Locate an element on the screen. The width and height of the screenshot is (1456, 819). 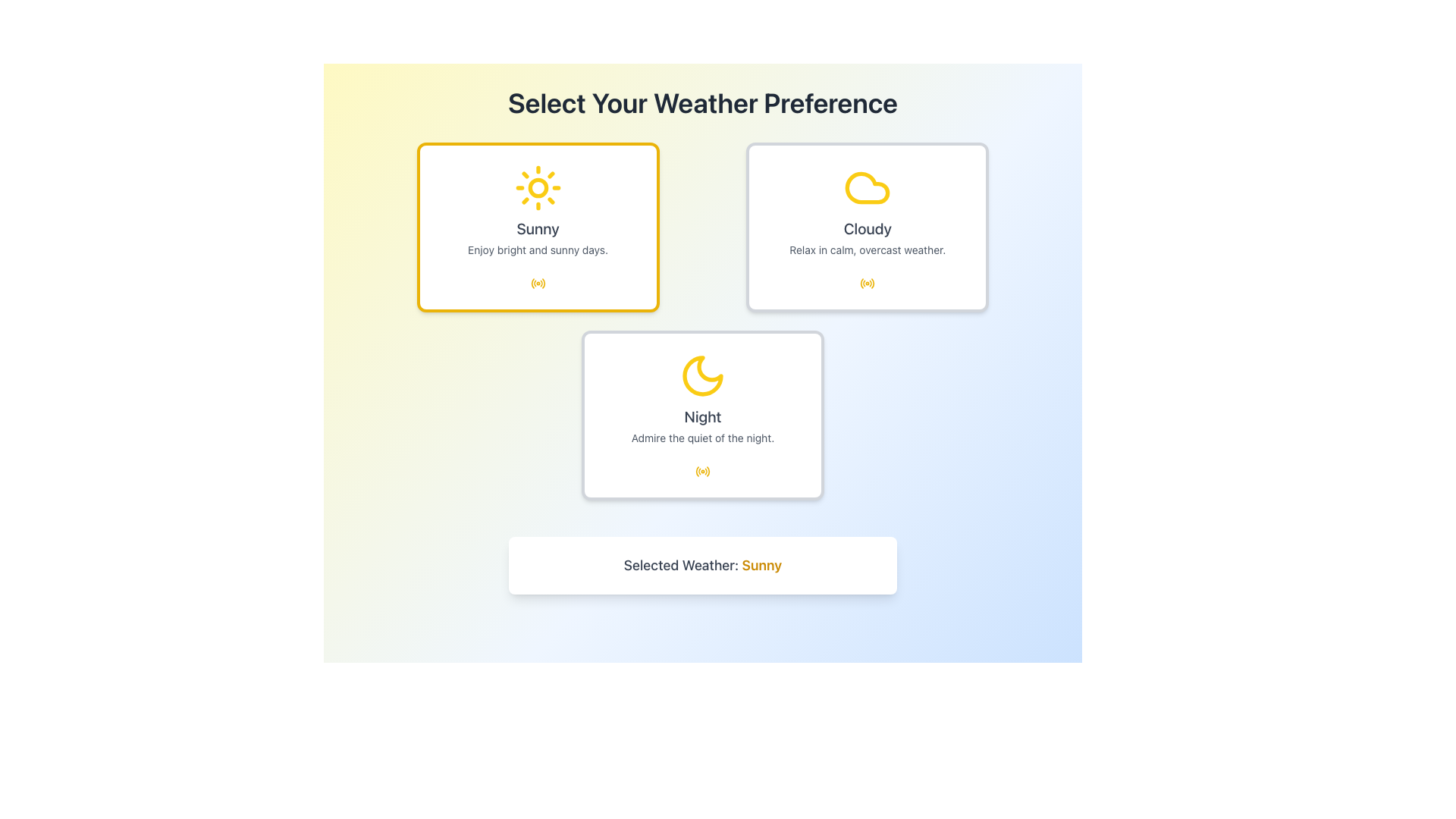
the Static Display Label that shows 'Selected Weather: Sunny', prominently styled with a white background and yellow-highlighted text is located at coordinates (701, 565).